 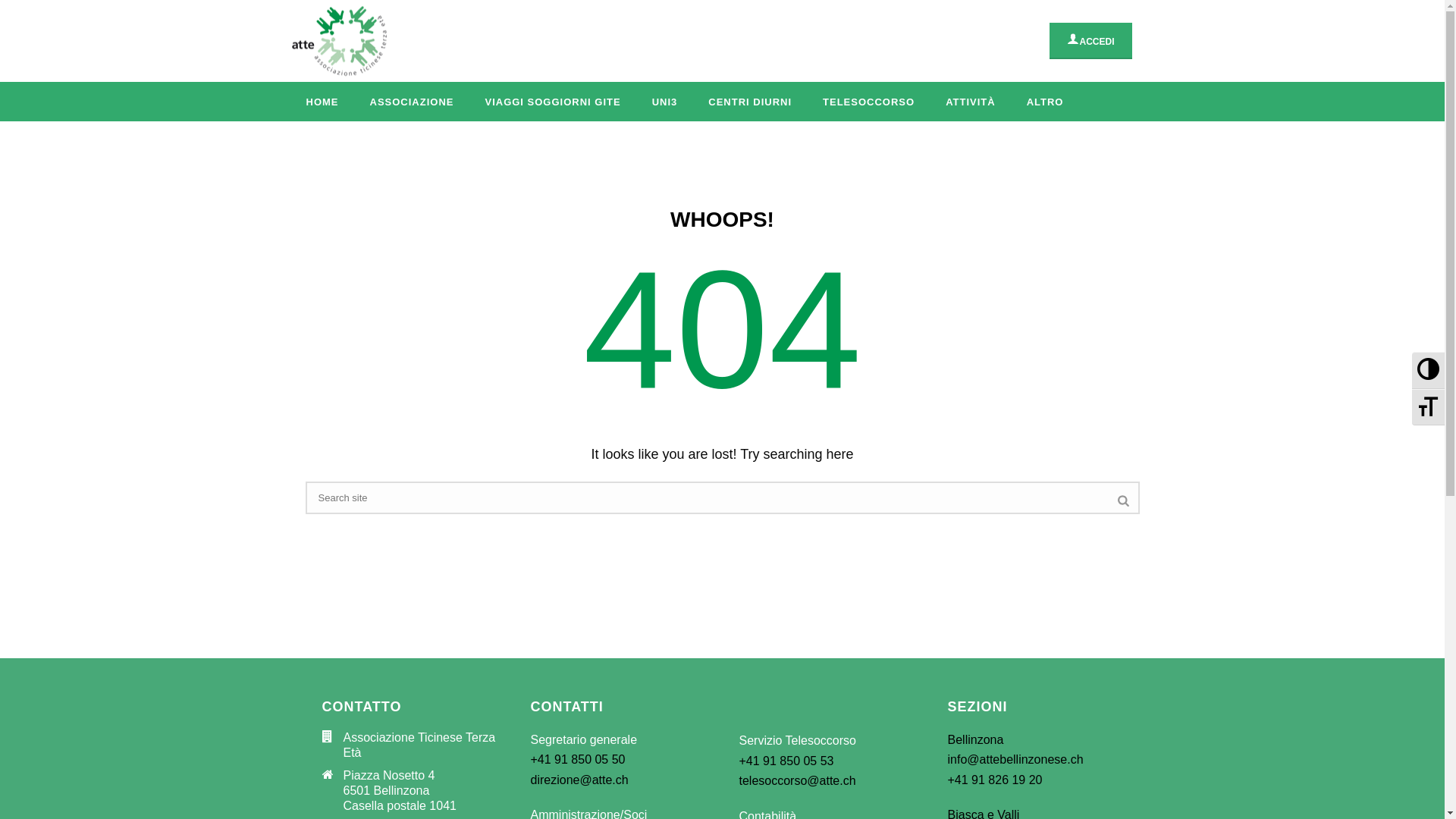 I want to click on 'VIAGGI SOGGIORNI GITE', so click(x=551, y=102).